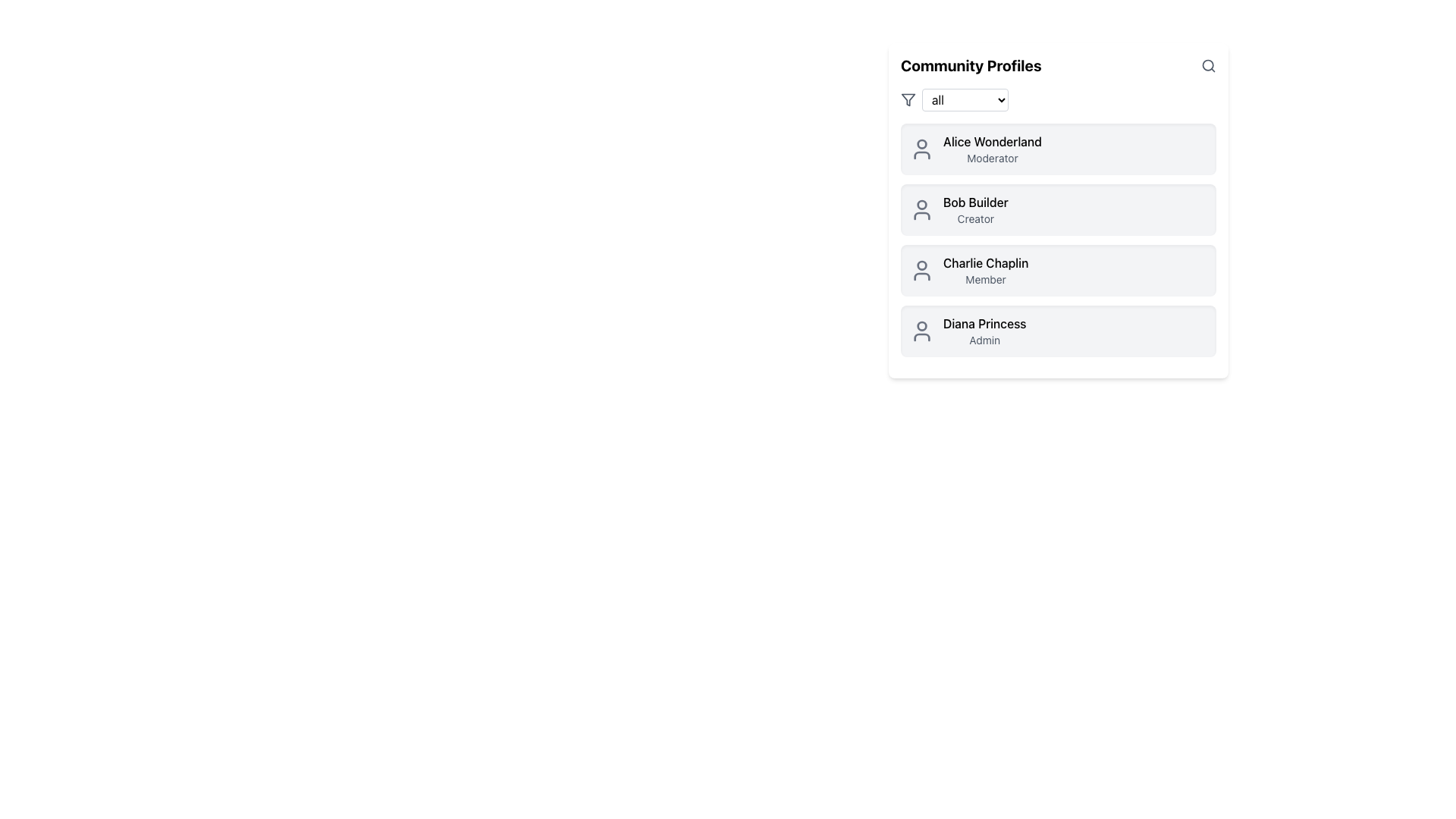 Image resolution: width=1456 pixels, height=819 pixels. What do you see at coordinates (908, 99) in the screenshot?
I see `the filter icon located in the top-left corner of the 'Community Profiles' section` at bounding box center [908, 99].